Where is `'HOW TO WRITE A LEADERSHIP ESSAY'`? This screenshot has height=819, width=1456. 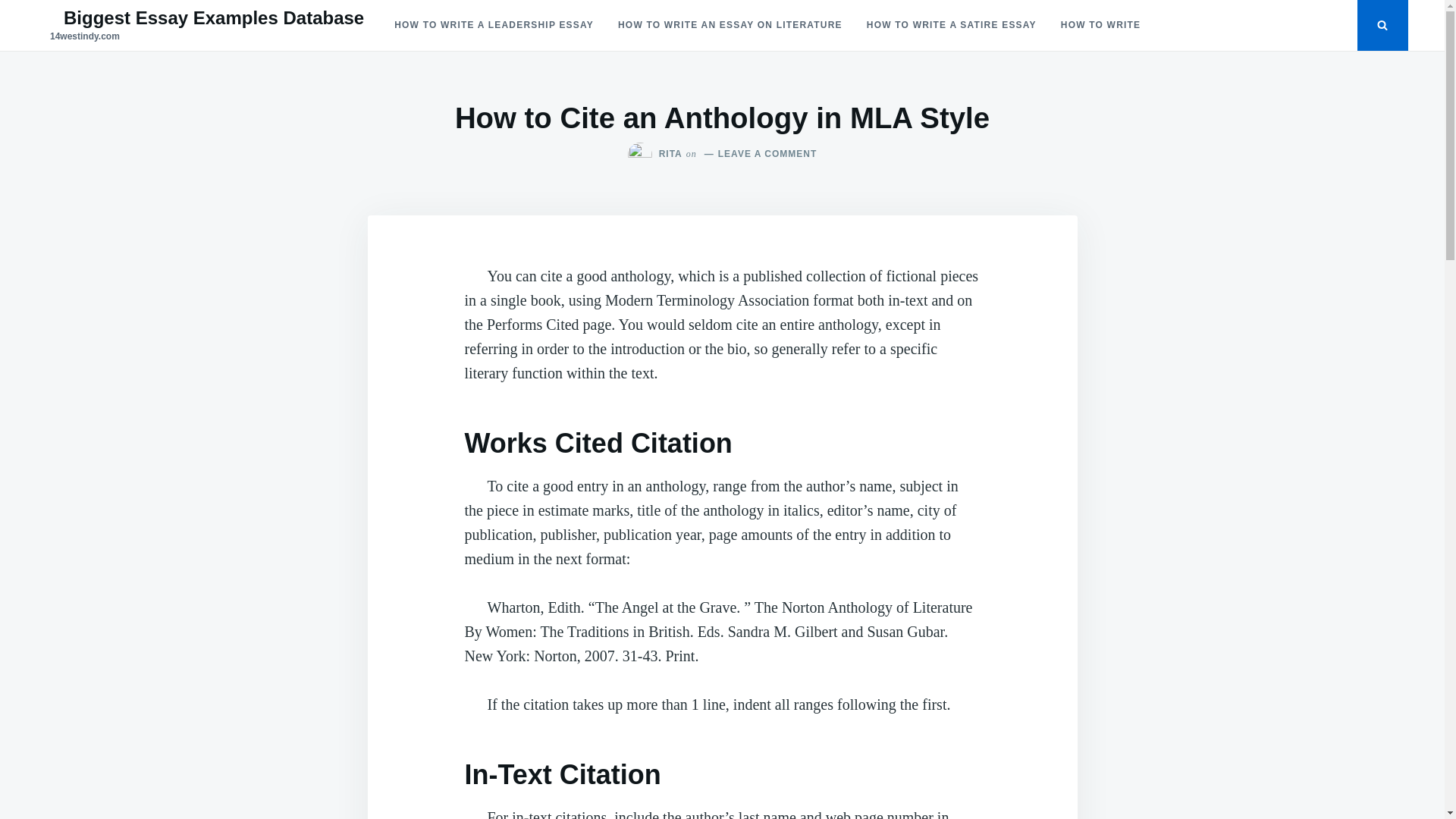 'HOW TO WRITE A LEADERSHIP ESSAY' is located at coordinates (494, 25).